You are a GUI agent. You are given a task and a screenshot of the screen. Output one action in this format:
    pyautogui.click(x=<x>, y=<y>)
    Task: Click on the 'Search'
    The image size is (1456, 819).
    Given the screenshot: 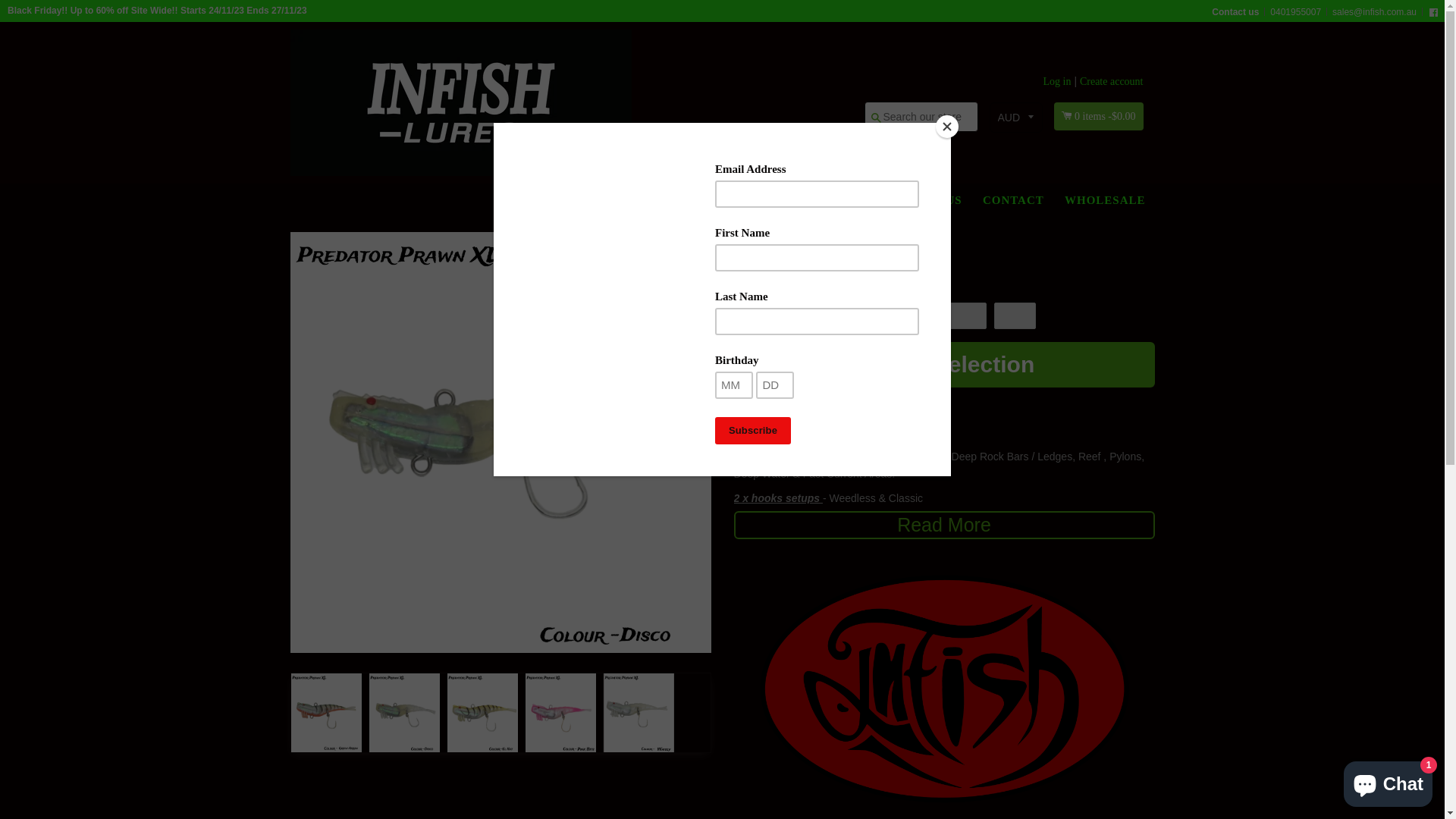 What is the action you would take?
    pyautogui.click(x=876, y=116)
    